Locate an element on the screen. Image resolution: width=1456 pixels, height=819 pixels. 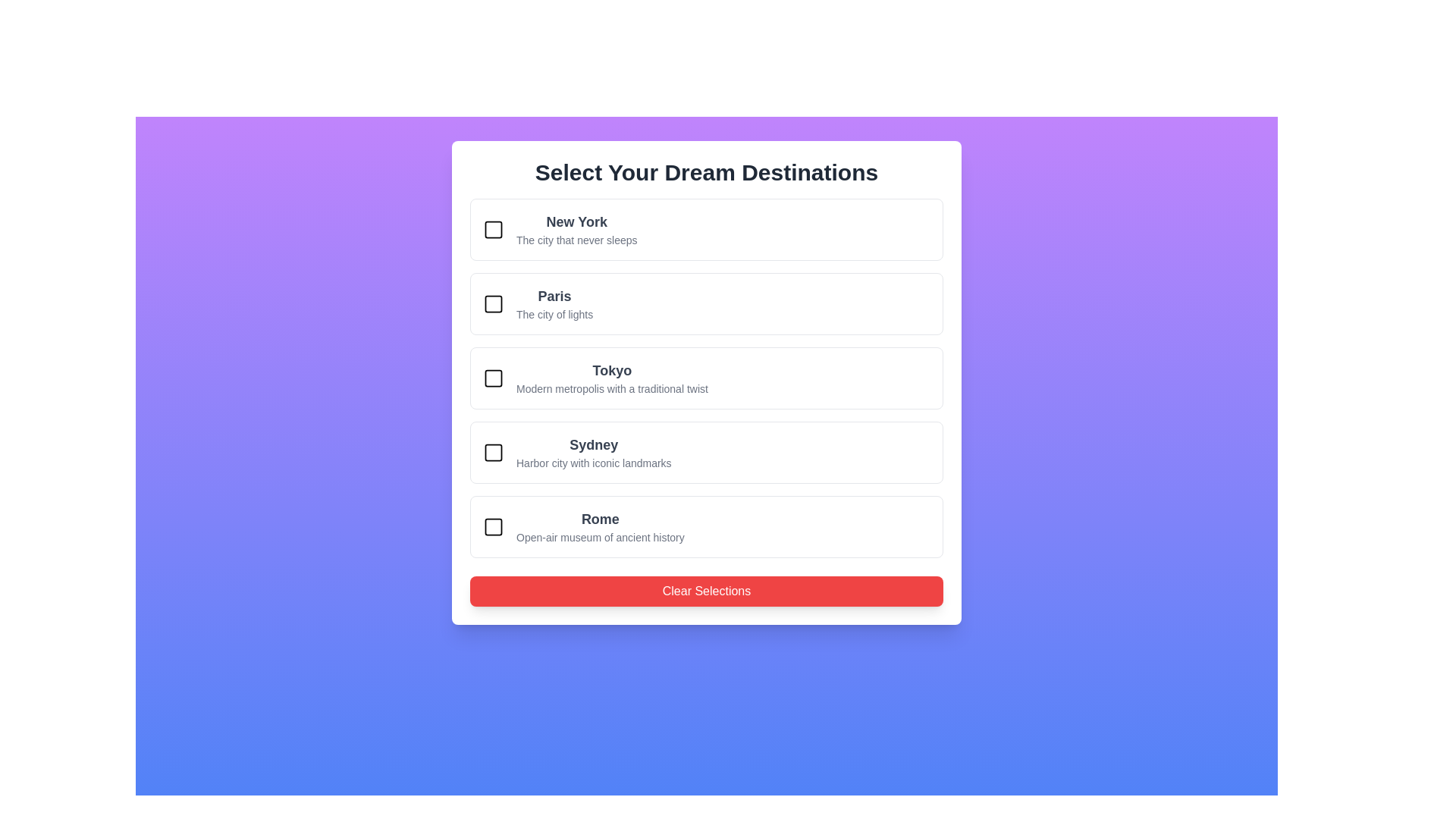
the city New York by clicking on its checkbox or card is located at coordinates (494, 230).